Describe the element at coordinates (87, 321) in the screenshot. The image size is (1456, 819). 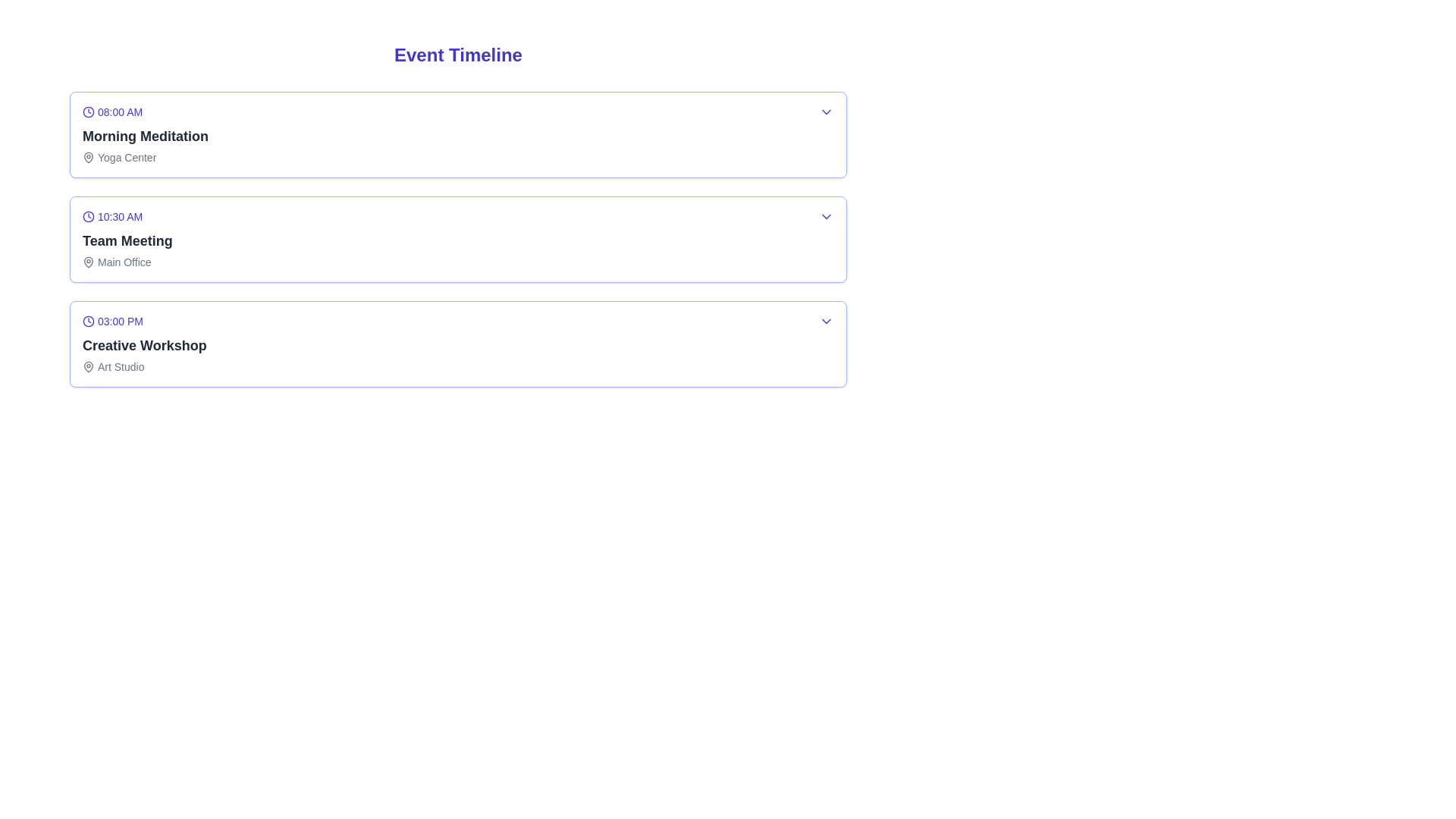
I see `the circular graphical element representing the boundary for the clock face in the clock icon, located to the left of '03:00 PM' and above 'Creative Workshop' in the third event card` at that location.